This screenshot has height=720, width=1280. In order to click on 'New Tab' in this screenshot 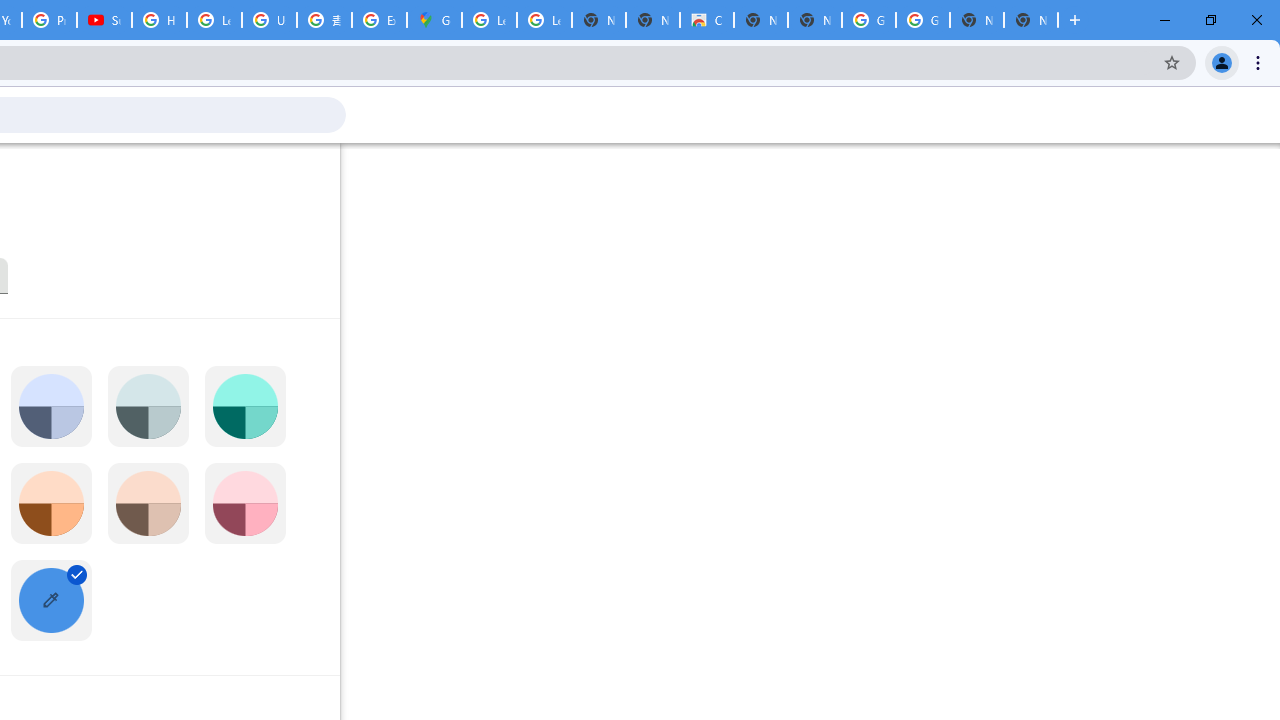, I will do `click(1031, 20)`.